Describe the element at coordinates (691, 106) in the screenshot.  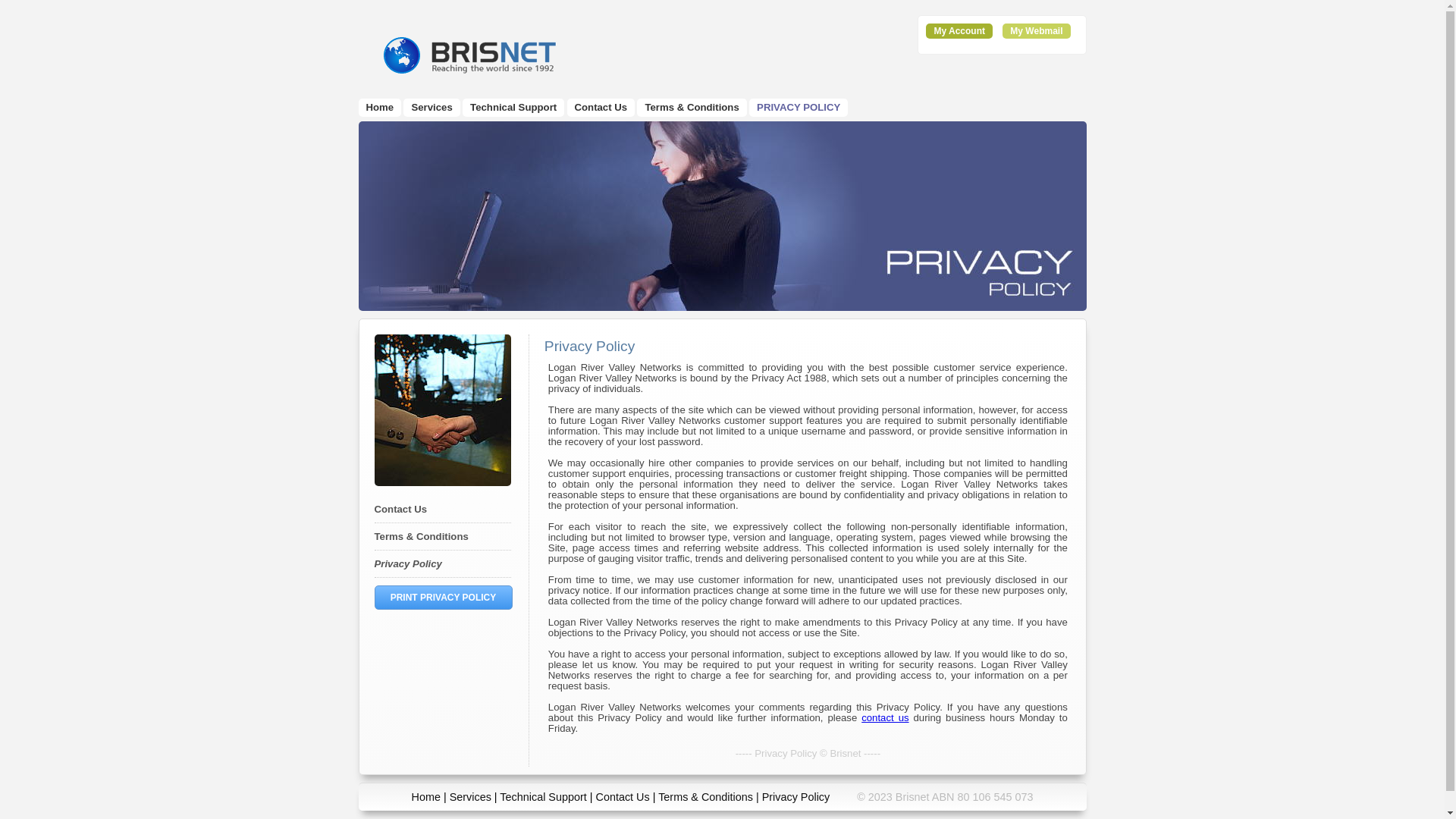
I see `'Terms & Conditions'` at that location.